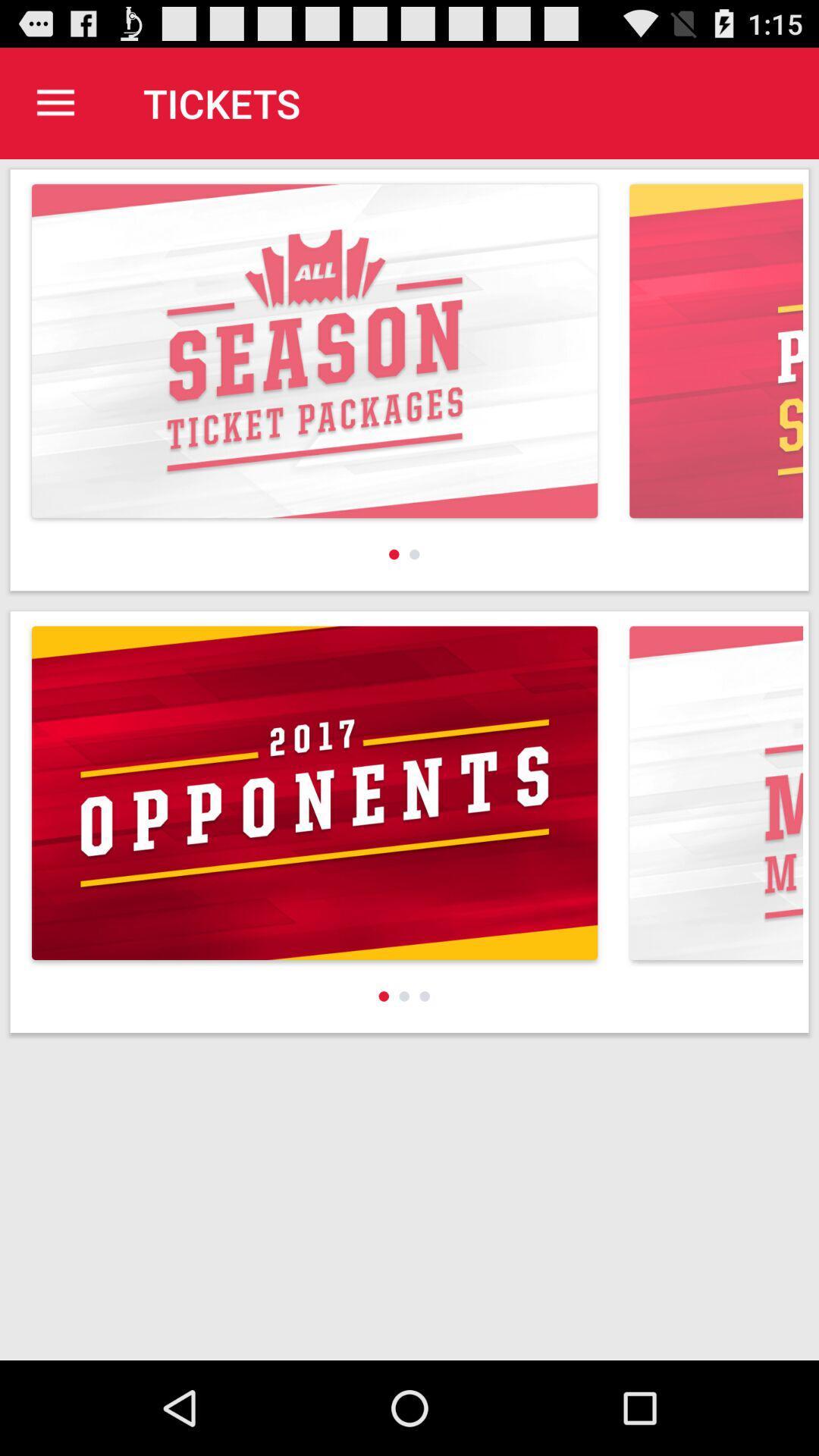 The height and width of the screenshot is (1456, 819). I want to click on the icon to the left of tickets app, so click(55, 102).